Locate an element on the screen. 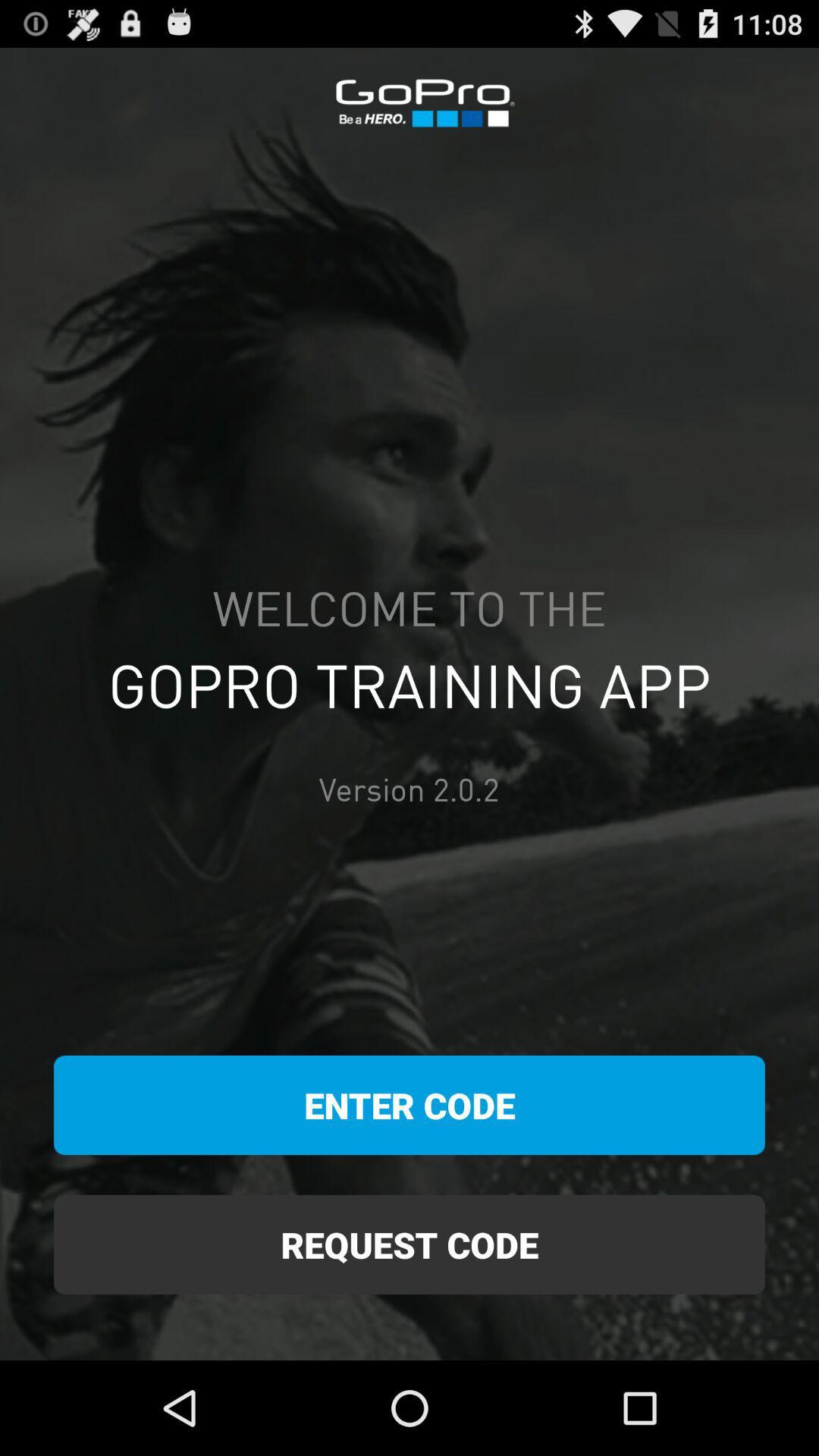 The image size is (819, 1456). request code is located at coordinates (409, 1244).